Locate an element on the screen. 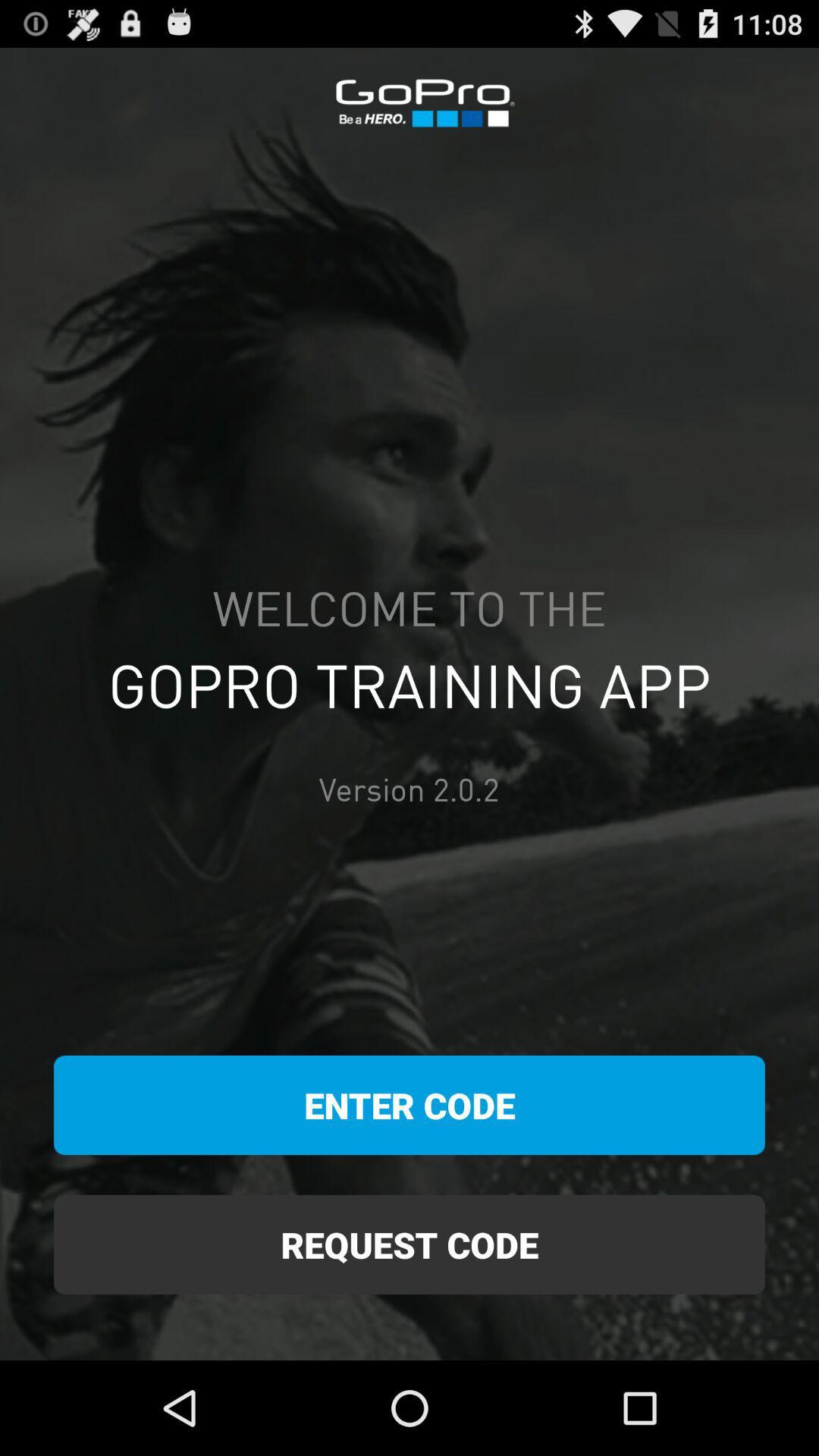 The image size is (819, 1456). request code is located at coordinates (409, 1244).